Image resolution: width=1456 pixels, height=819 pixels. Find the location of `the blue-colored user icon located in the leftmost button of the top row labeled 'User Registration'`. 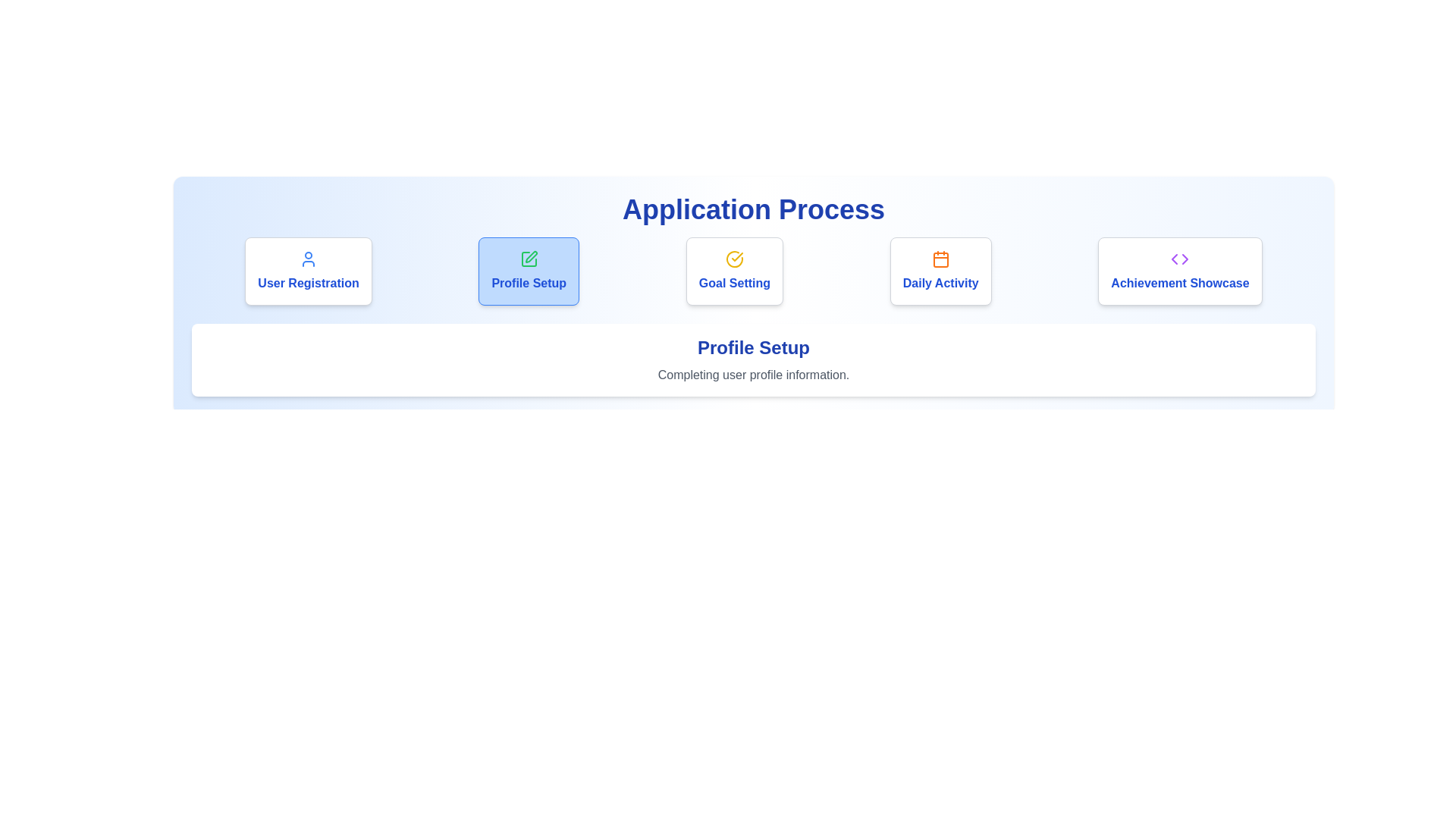

the blue-colored user icon located in the leftmost button of the top row labeled 'User Registration' is located at coordinates (308, 259).